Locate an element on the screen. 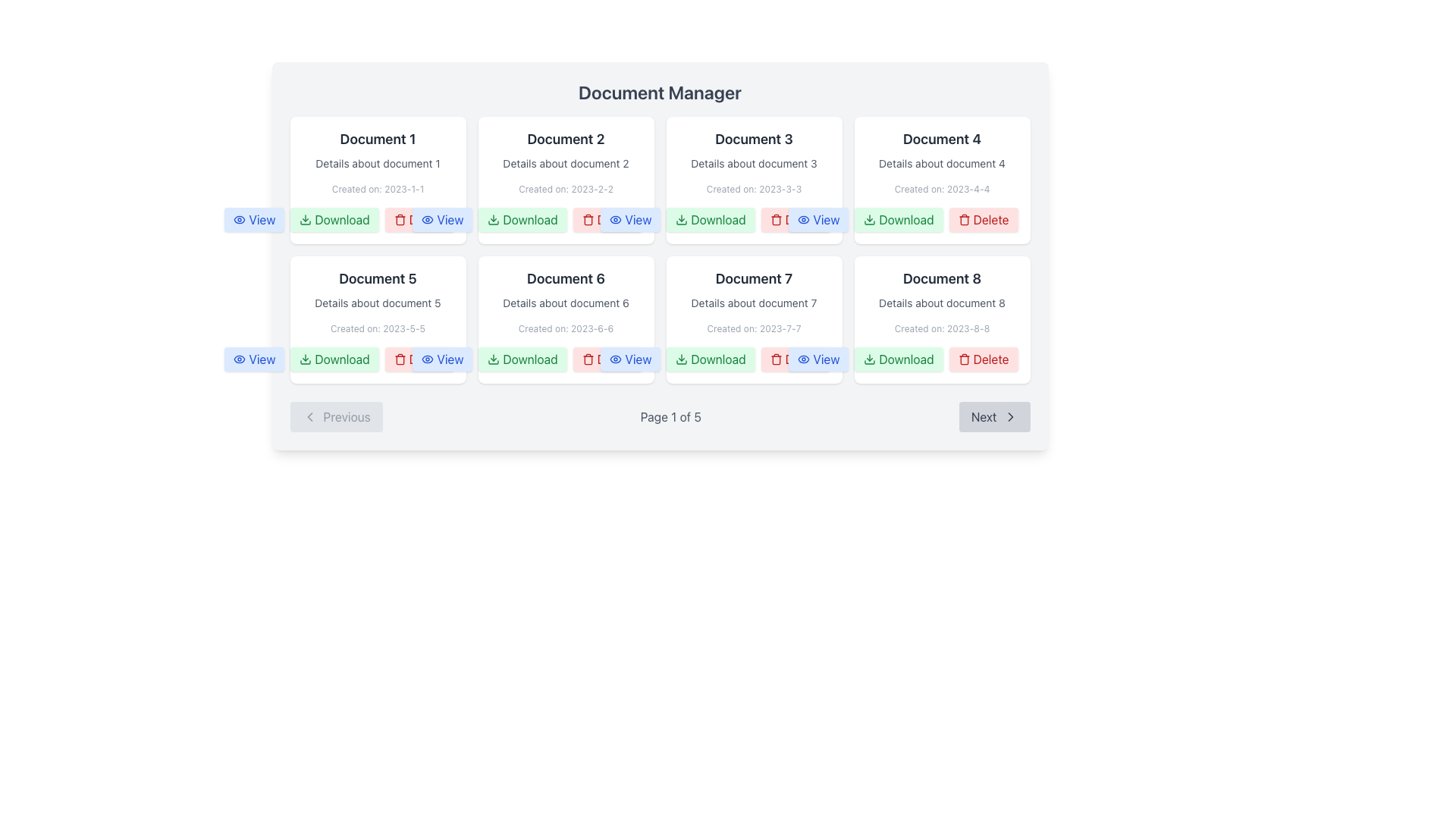 The height and width of the screenshot is (819, 1456). the informational text label that provides the creation date of 'Document 3', located at the bottom of its card in the Document Manager interface is located at coordinates (754, 189).